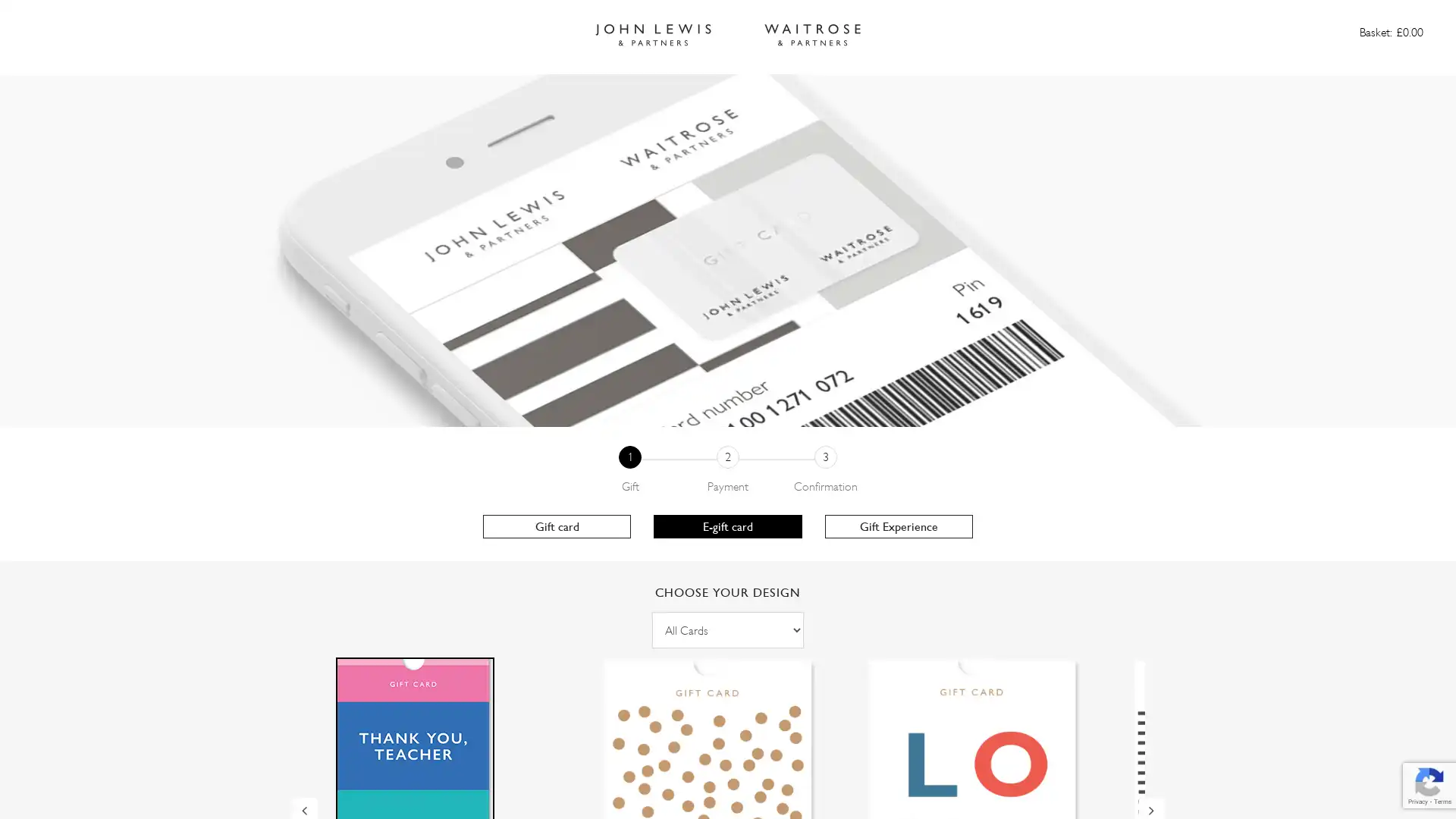 This screenshot has height=819, width=1456. Describe the element at coordinates (1151, 772) in the screenshot. I see `Next` at that location.